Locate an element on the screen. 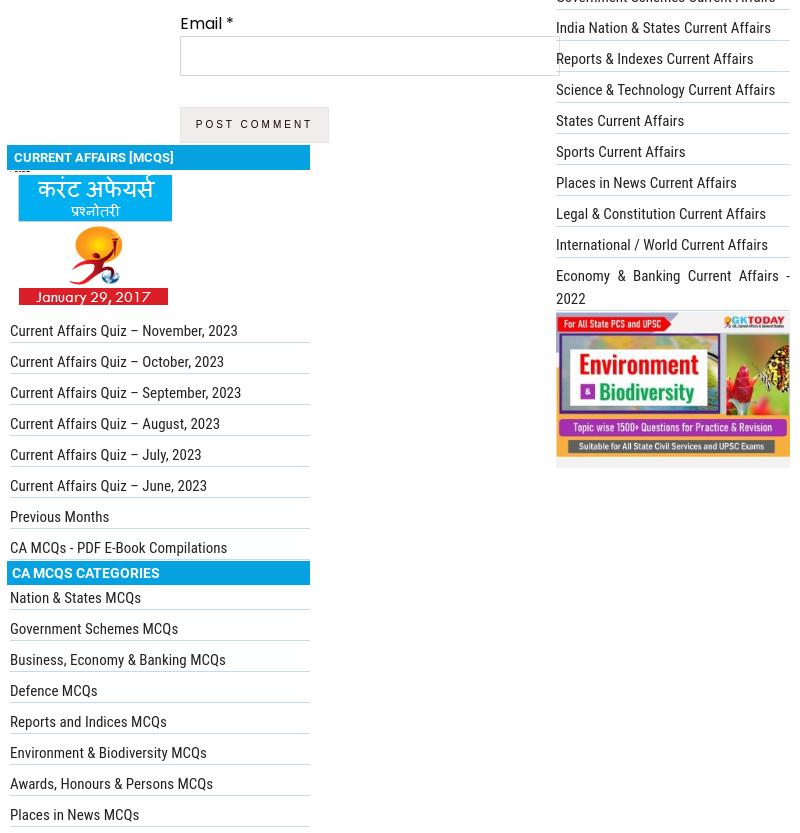 The width and height of the screenshot is (800, 833). 'Science & Technology Current Affairs' is located at coordinates (664, 88).